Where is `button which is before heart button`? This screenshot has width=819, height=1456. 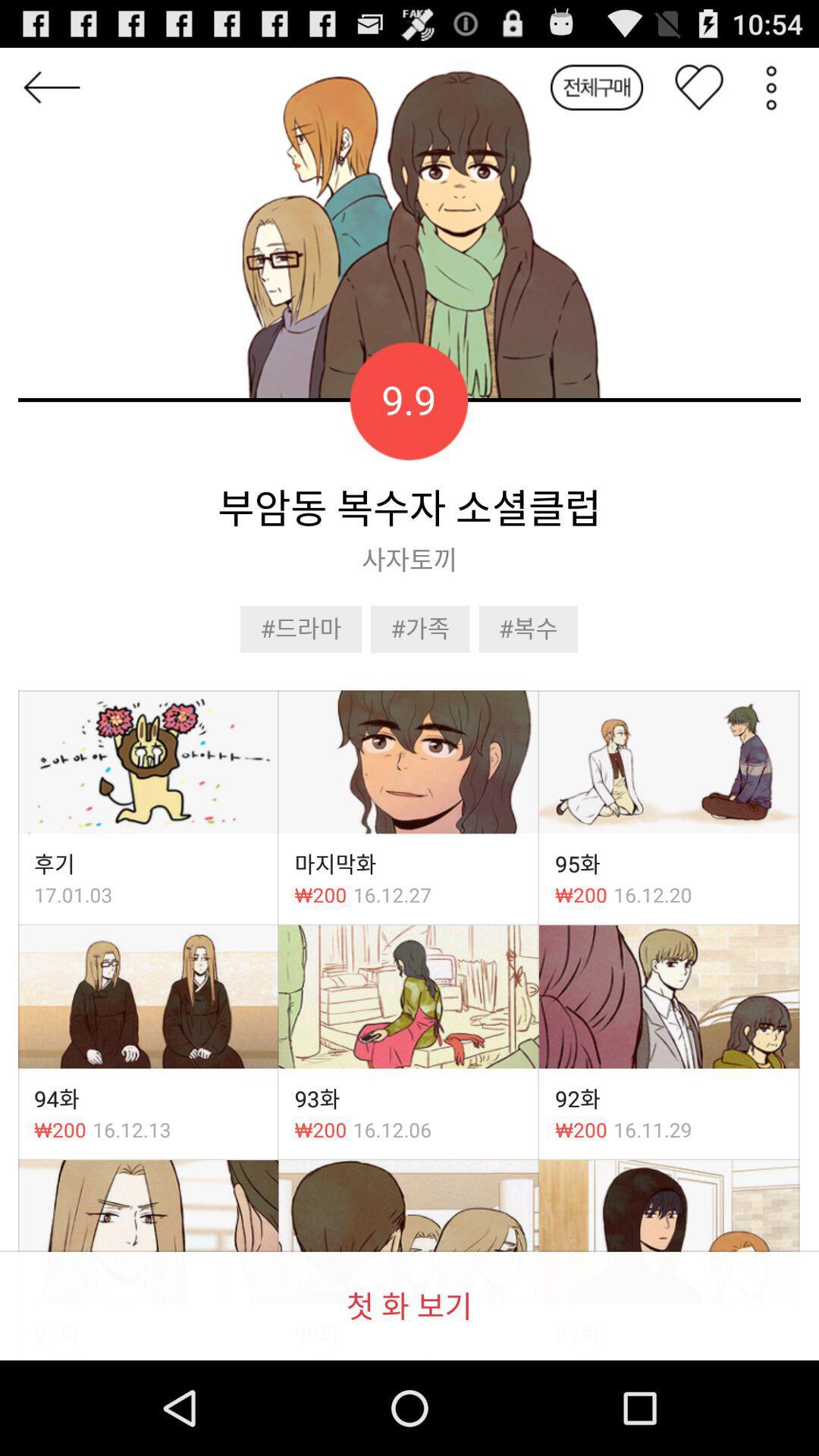 button which is before heart button is located at coordinates (595, 86).